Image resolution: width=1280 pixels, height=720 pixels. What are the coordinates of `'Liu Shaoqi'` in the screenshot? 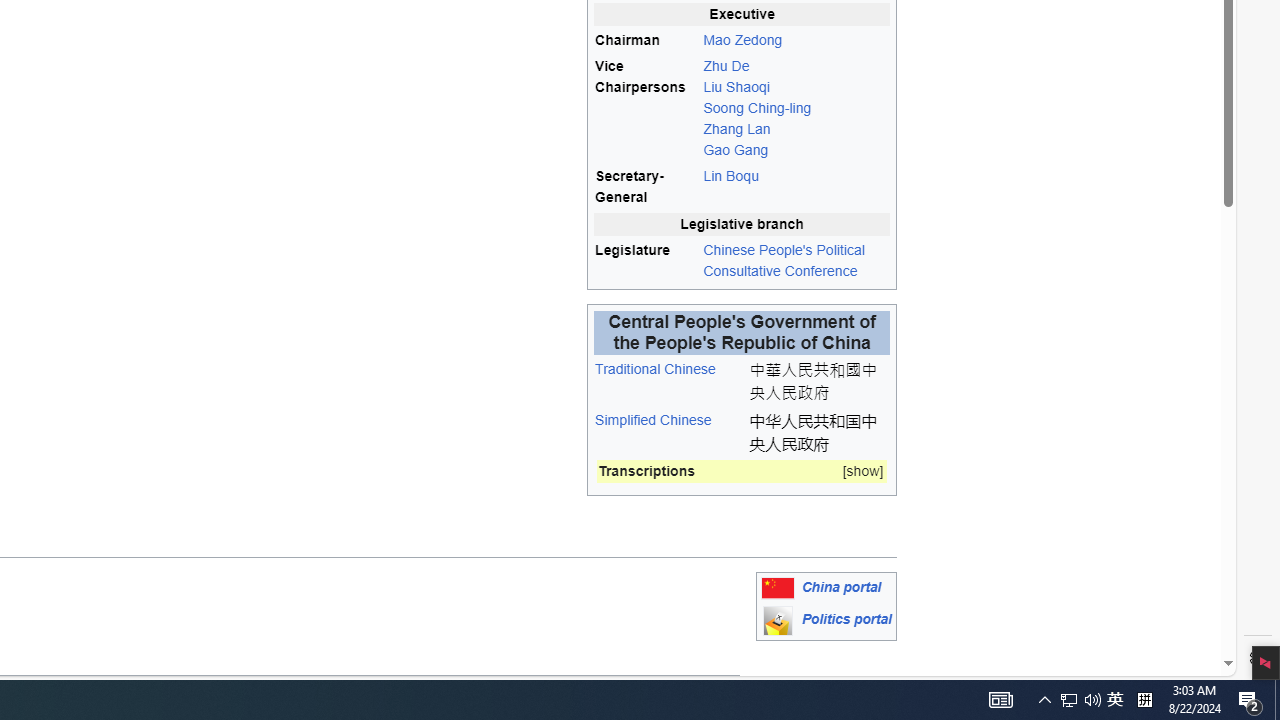 It's located at (735, 85).